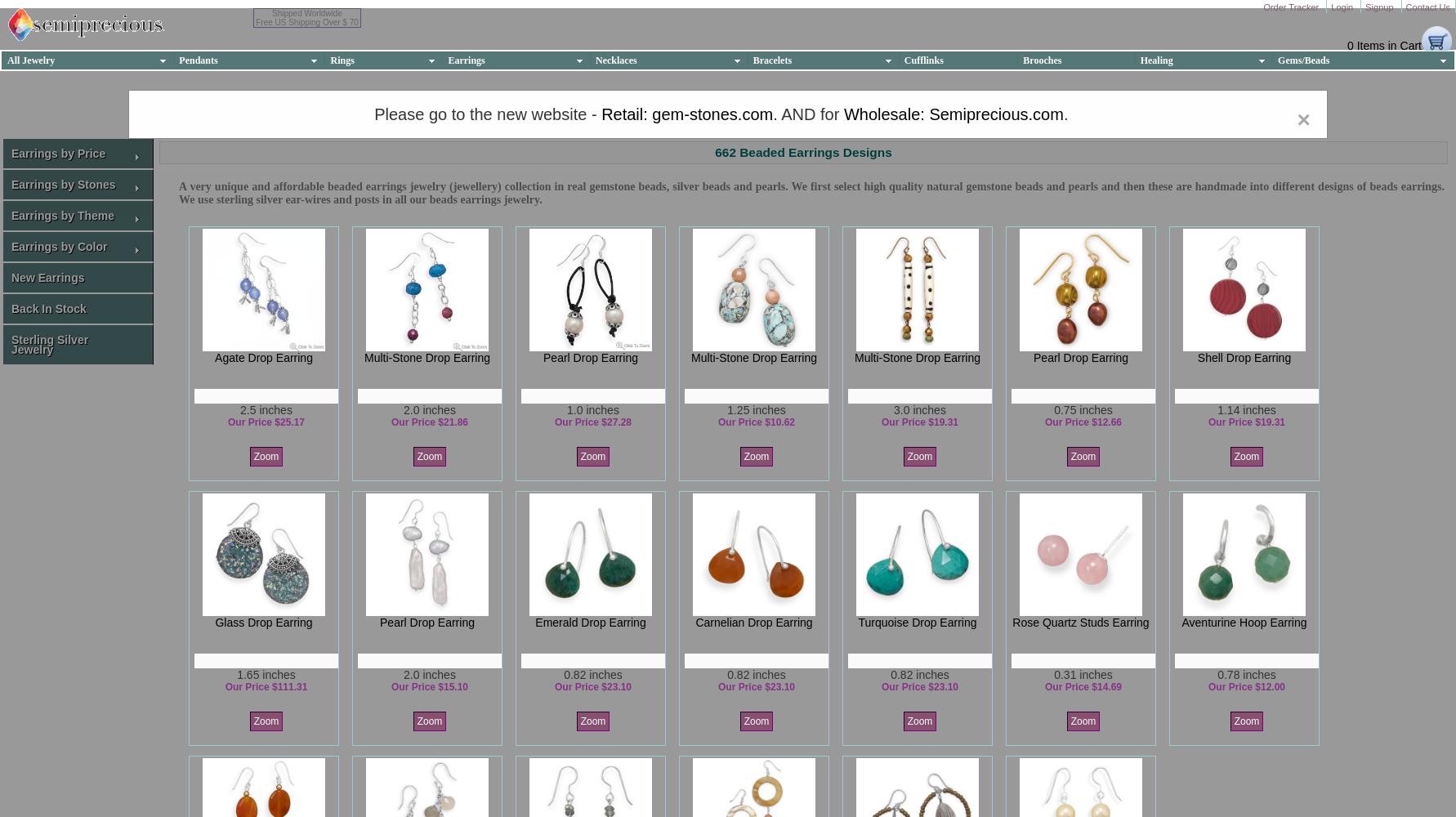  I want to click on 'Login', so click(1343, 7).